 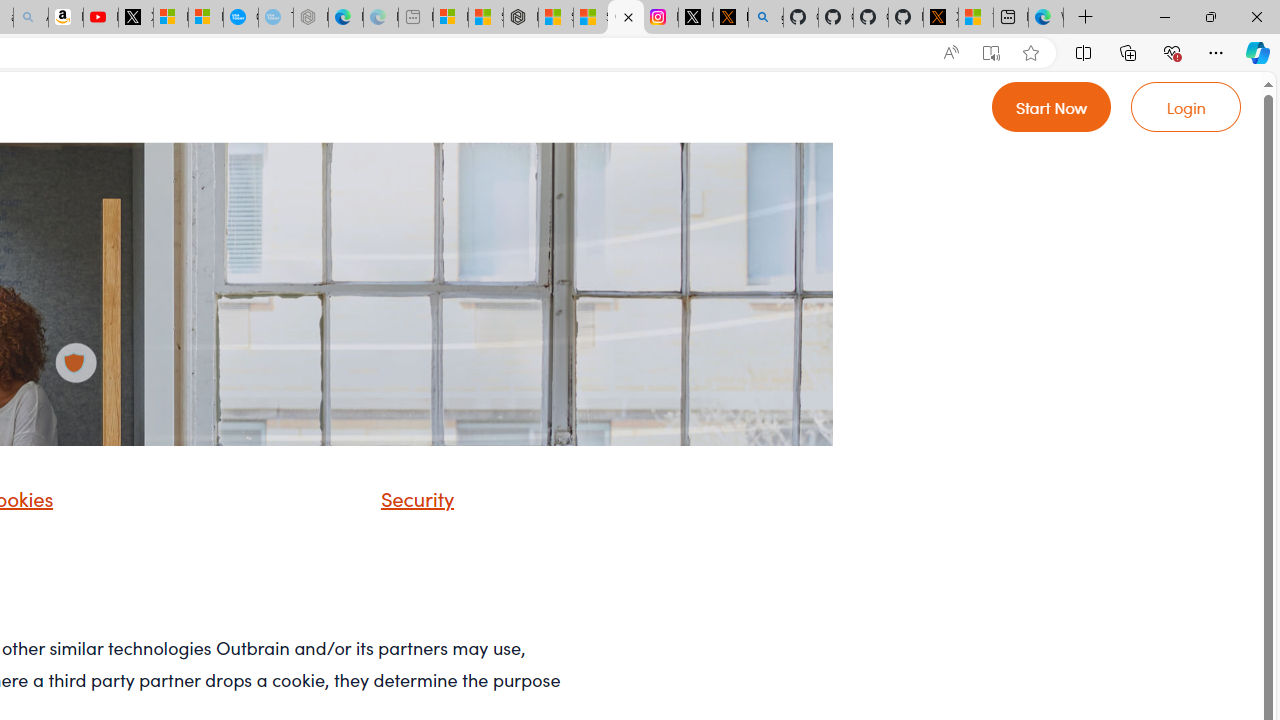 What do you see at coordinates (392, 504) in the screenshot?
I see `'Security'` at bounding box center [392, 504].